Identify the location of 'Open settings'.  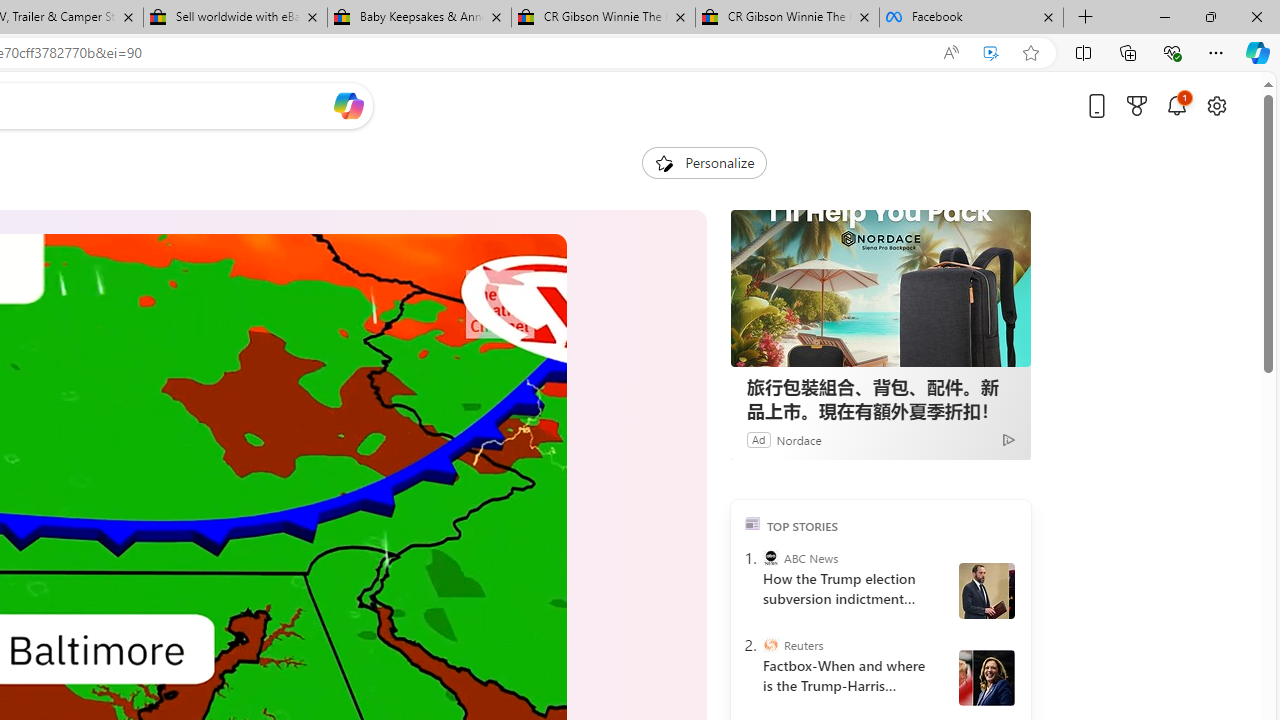
(1215, 105).